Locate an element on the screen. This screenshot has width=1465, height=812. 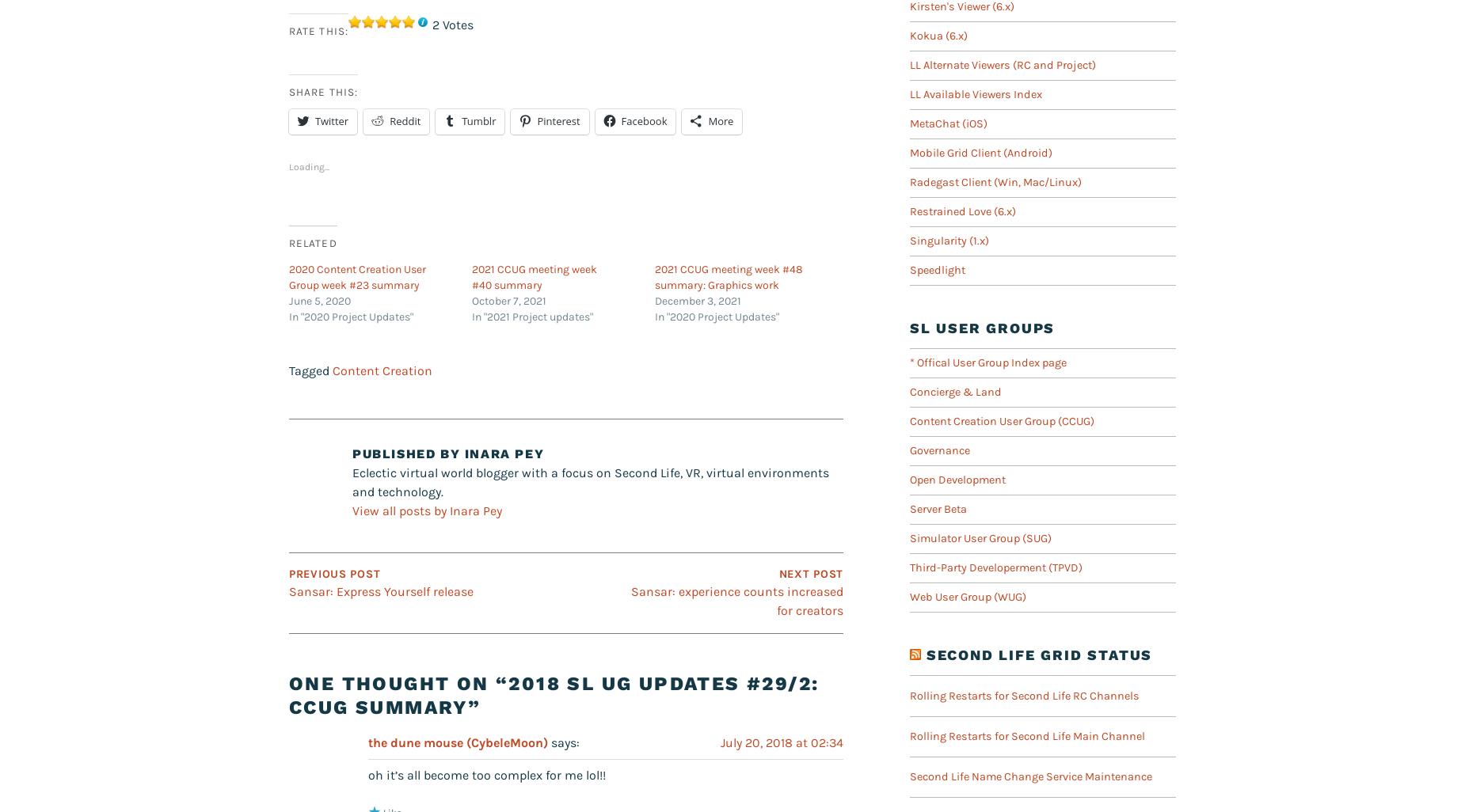
'Simulator User Group (SUG)' is located at coordinates (909, 537).